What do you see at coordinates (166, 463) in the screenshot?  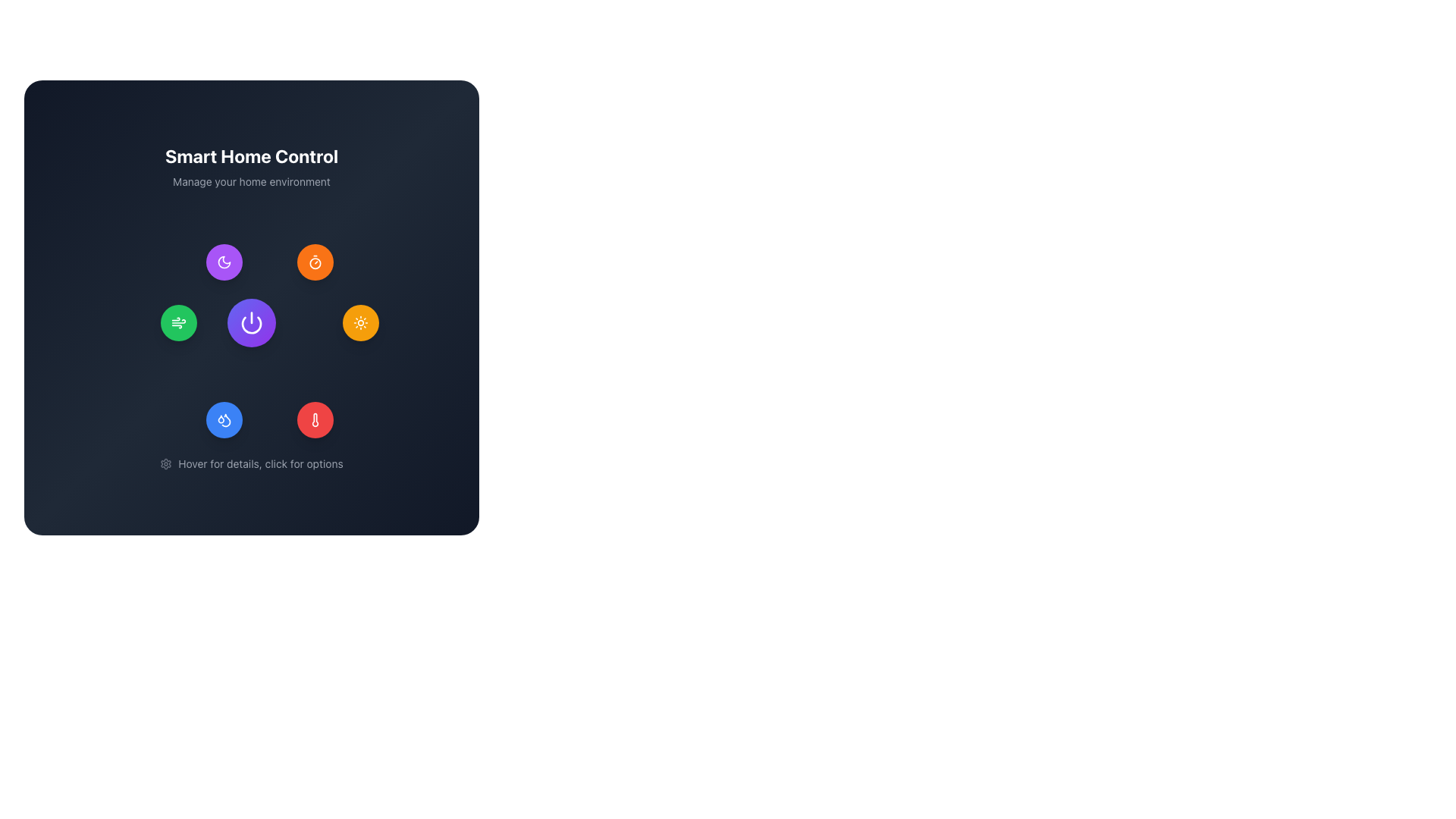 I see `the cogwheel icon representing settings located in the lower-left segment of the control panel interface, directly to the left of the text 'Hover for details, click for options'` at bounding box center [166, 463].